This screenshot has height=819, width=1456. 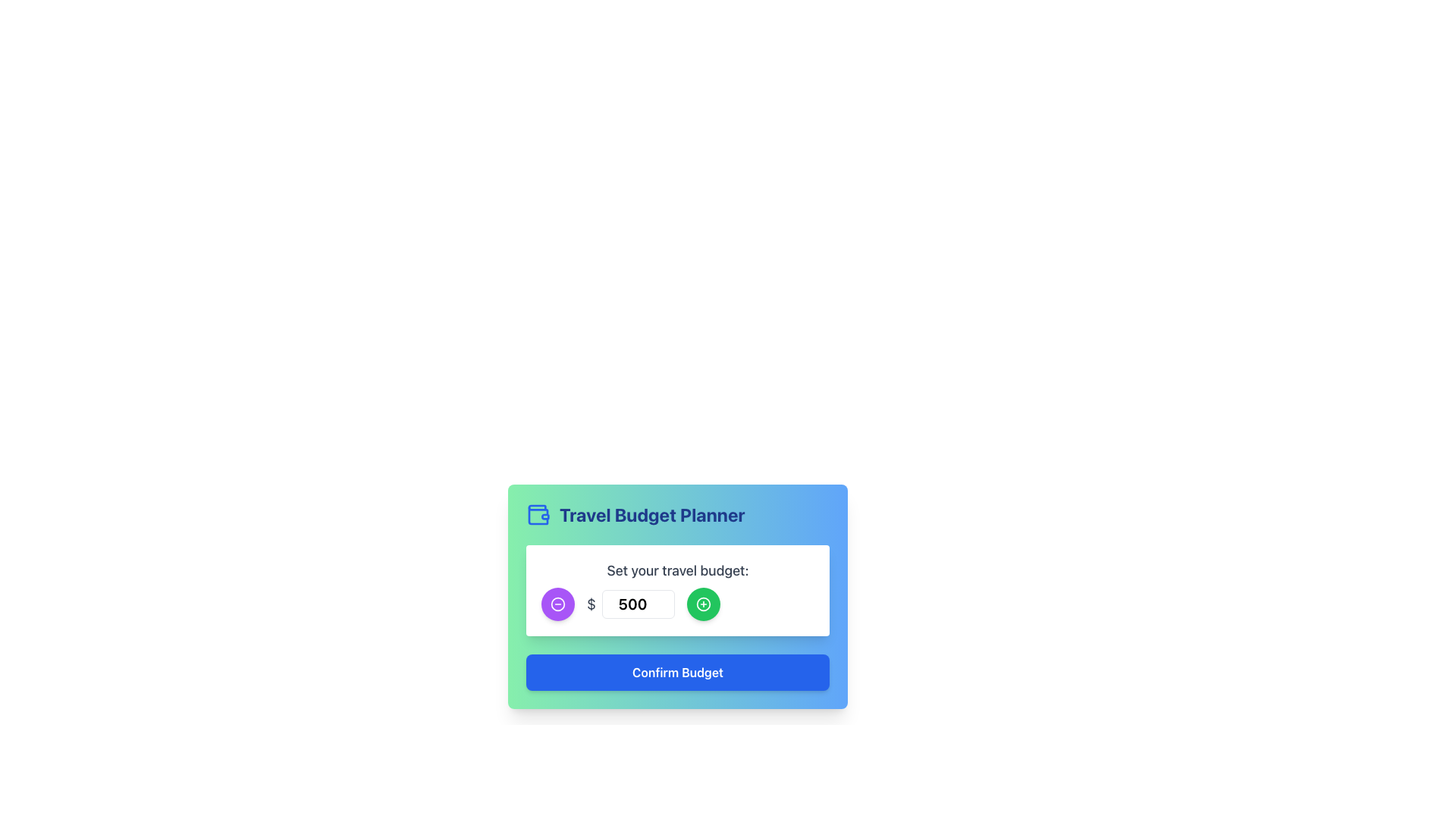 I want to click on the green circular button located to the right of the numeric input field with the value '500' in the 'Travel Budget Planner' interface, so click(x=702, y=604).